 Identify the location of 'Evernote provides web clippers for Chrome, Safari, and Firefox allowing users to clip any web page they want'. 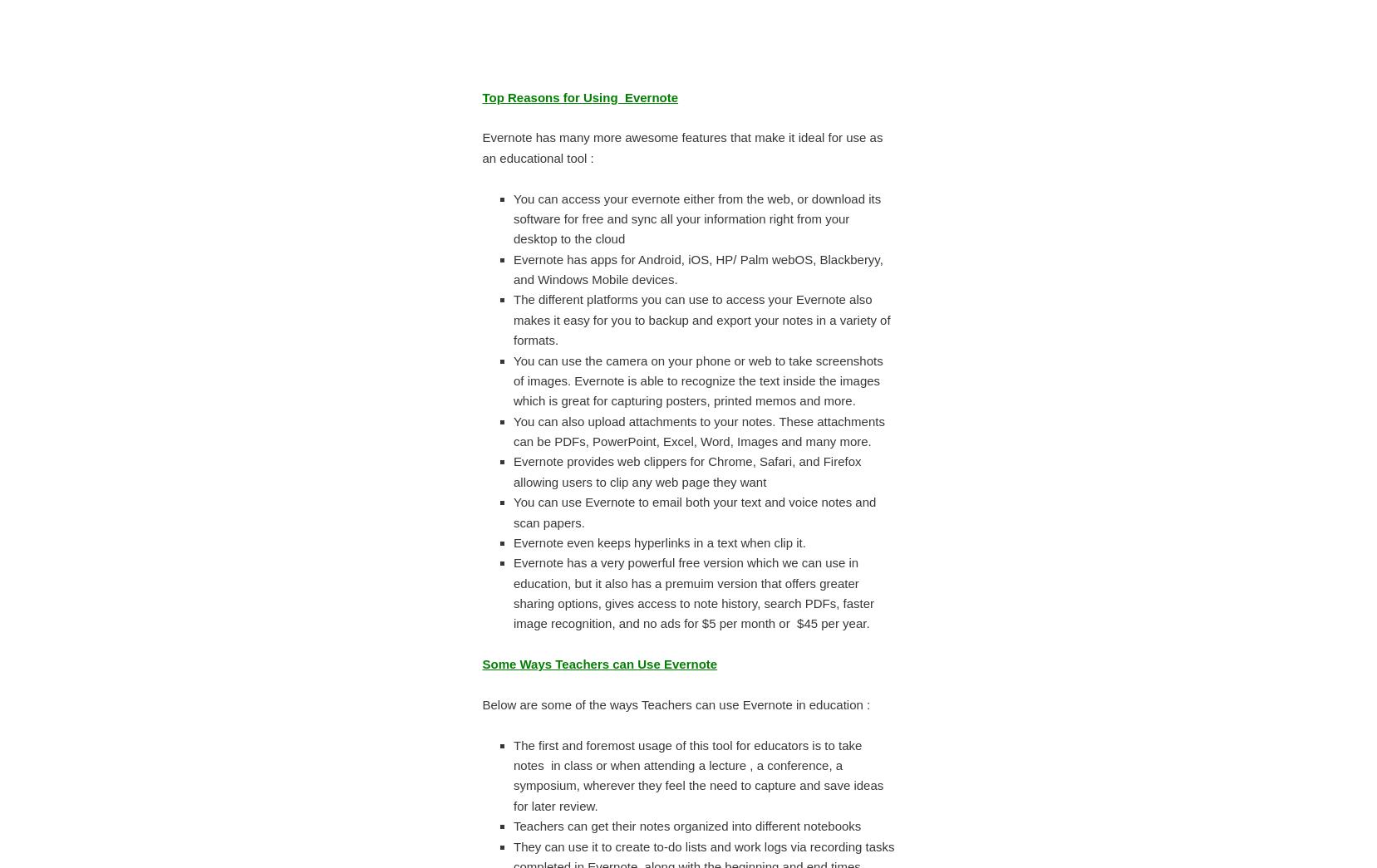
(686, 471).